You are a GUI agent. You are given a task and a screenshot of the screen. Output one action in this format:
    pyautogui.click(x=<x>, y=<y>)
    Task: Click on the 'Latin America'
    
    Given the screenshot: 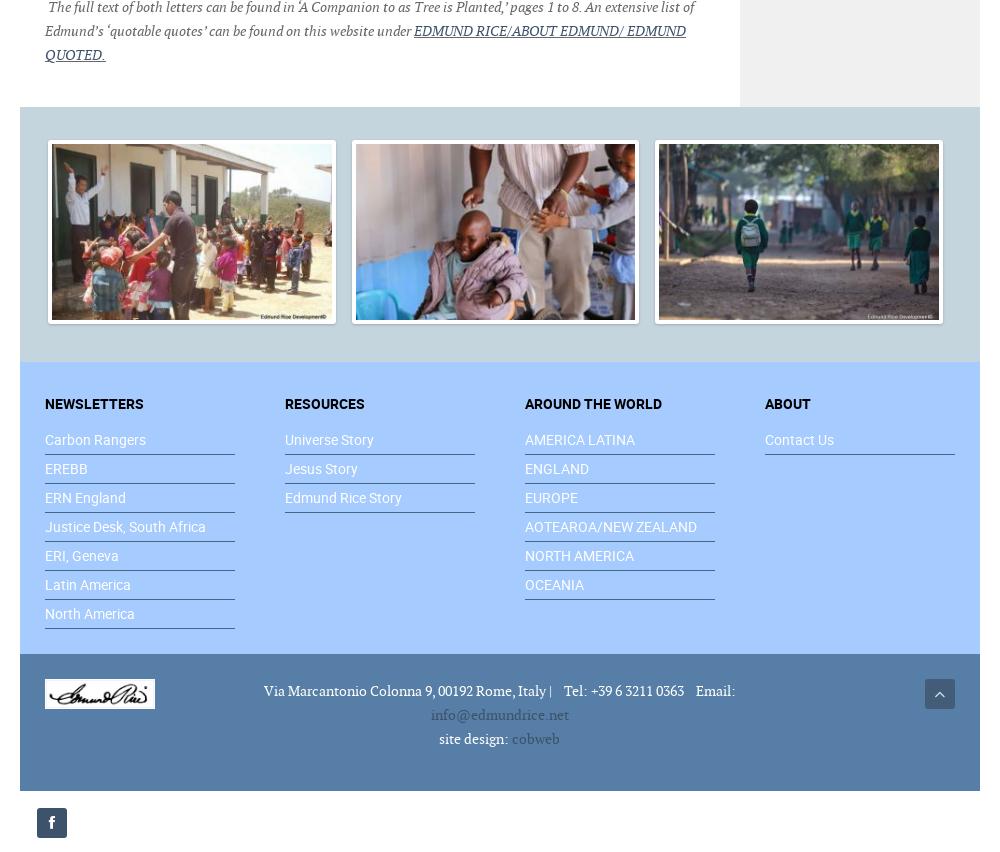 What is the action you would take?
    pyautogui.click(x=87, y=582)
    